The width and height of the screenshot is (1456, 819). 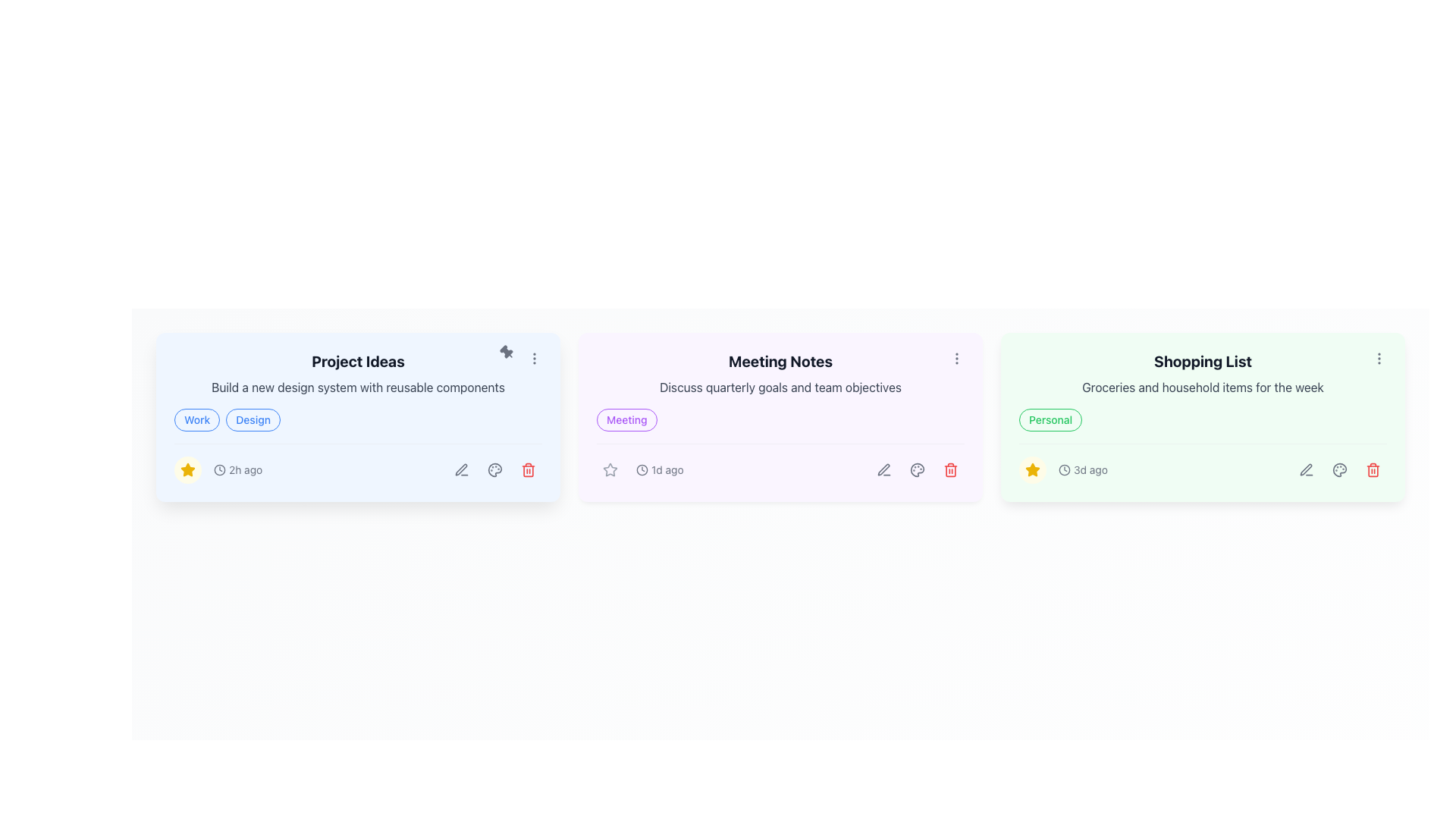 I want to click on the time indicator icon located on the bottom right side of the 'Shopping List' box, so click(x=1063, y=469).